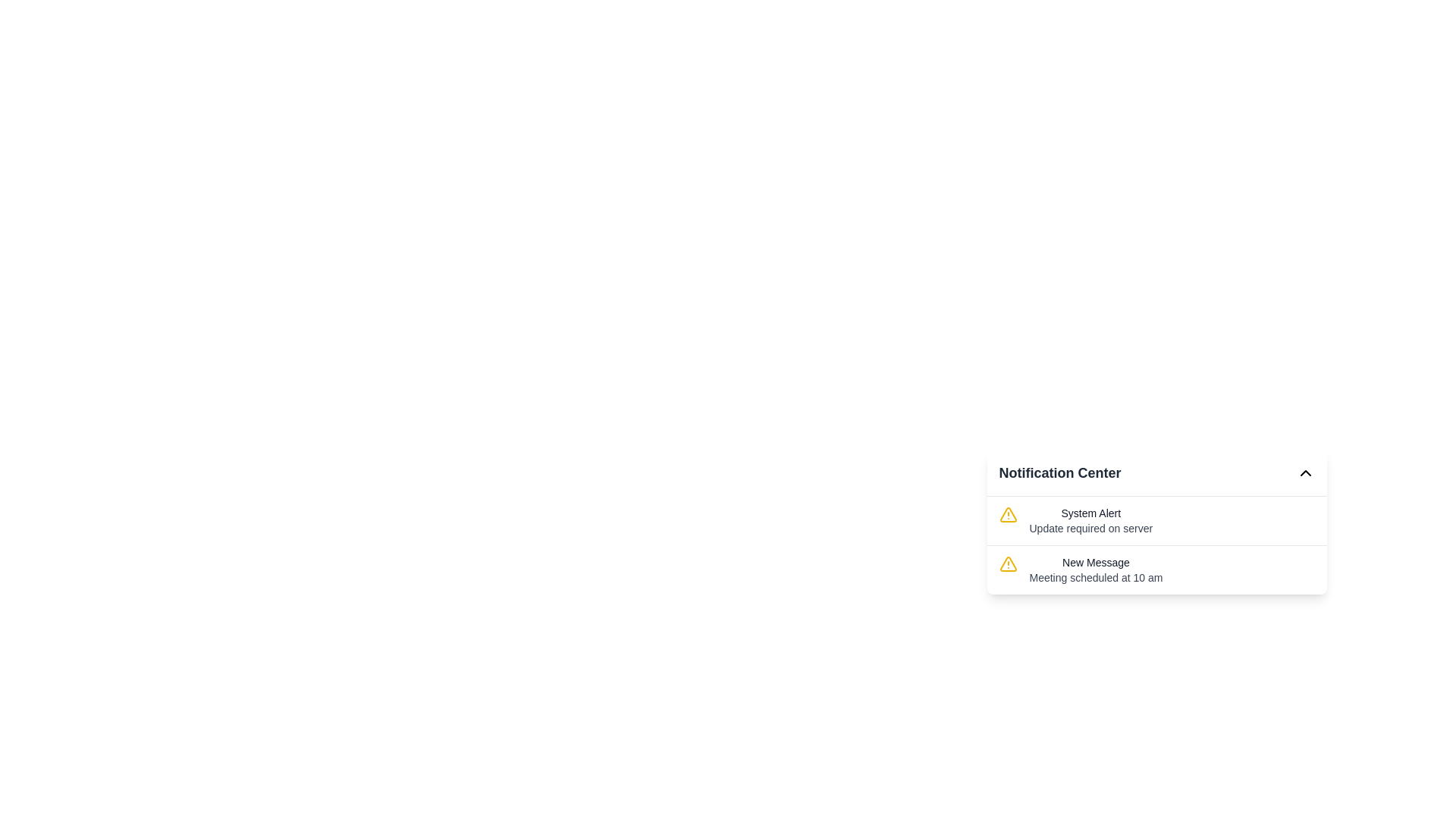  Describe the element at coordinates (1096, 562) in the screenshot. I see `text displayed in the Text Label located in the lower section of the Notification Center, which serves as the title for the notification message` at that location.